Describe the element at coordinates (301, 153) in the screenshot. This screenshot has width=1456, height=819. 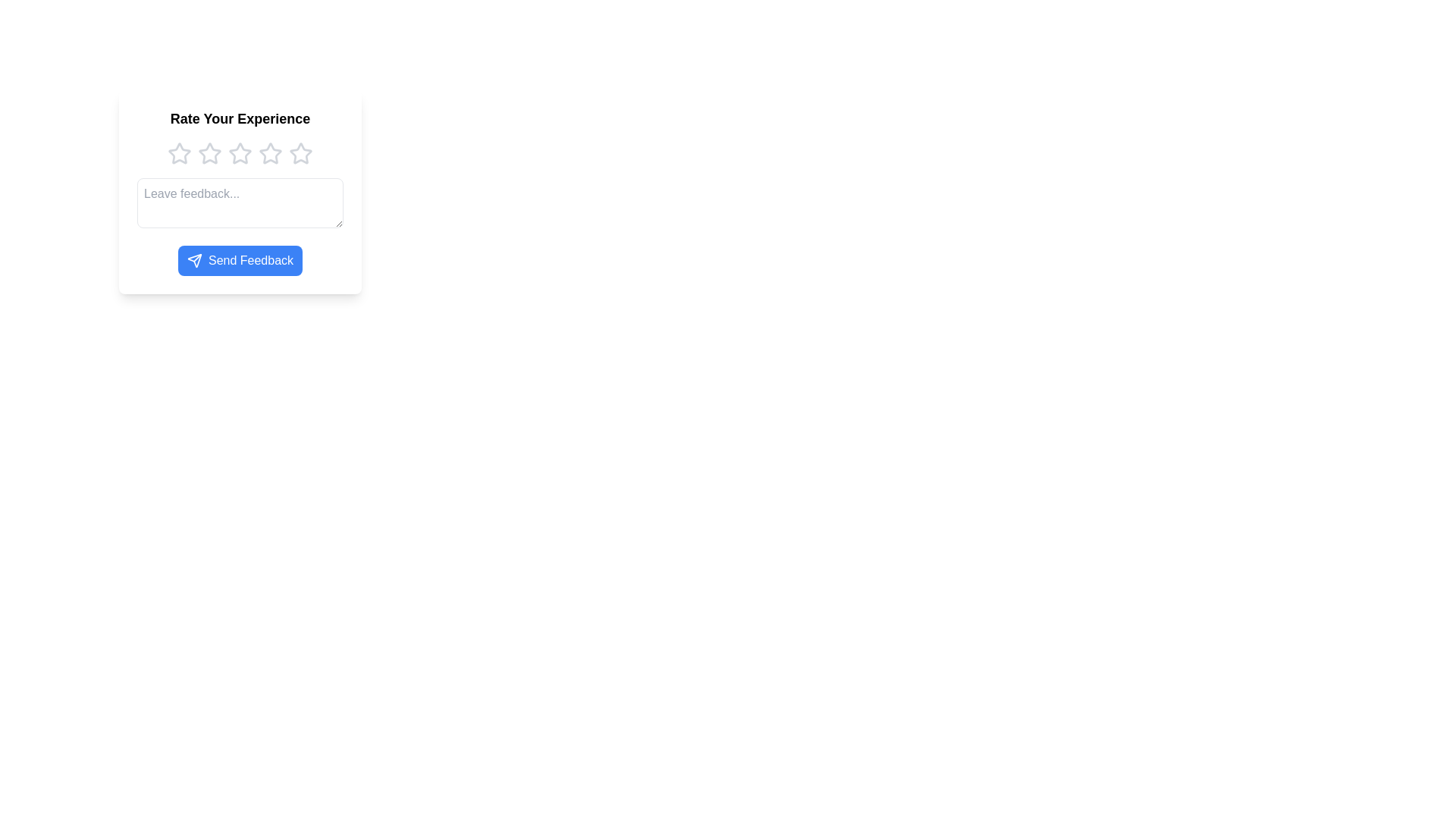
I see `the fifth star-shaped icon in the rating widget` at that location.